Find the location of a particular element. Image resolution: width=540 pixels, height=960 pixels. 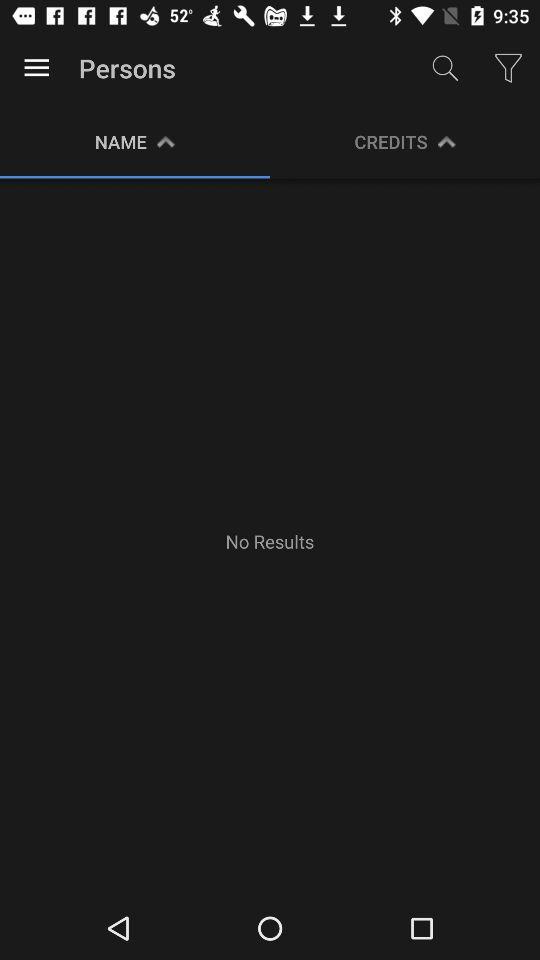

the app to the right of the persons is located at coordinates (445, 68).